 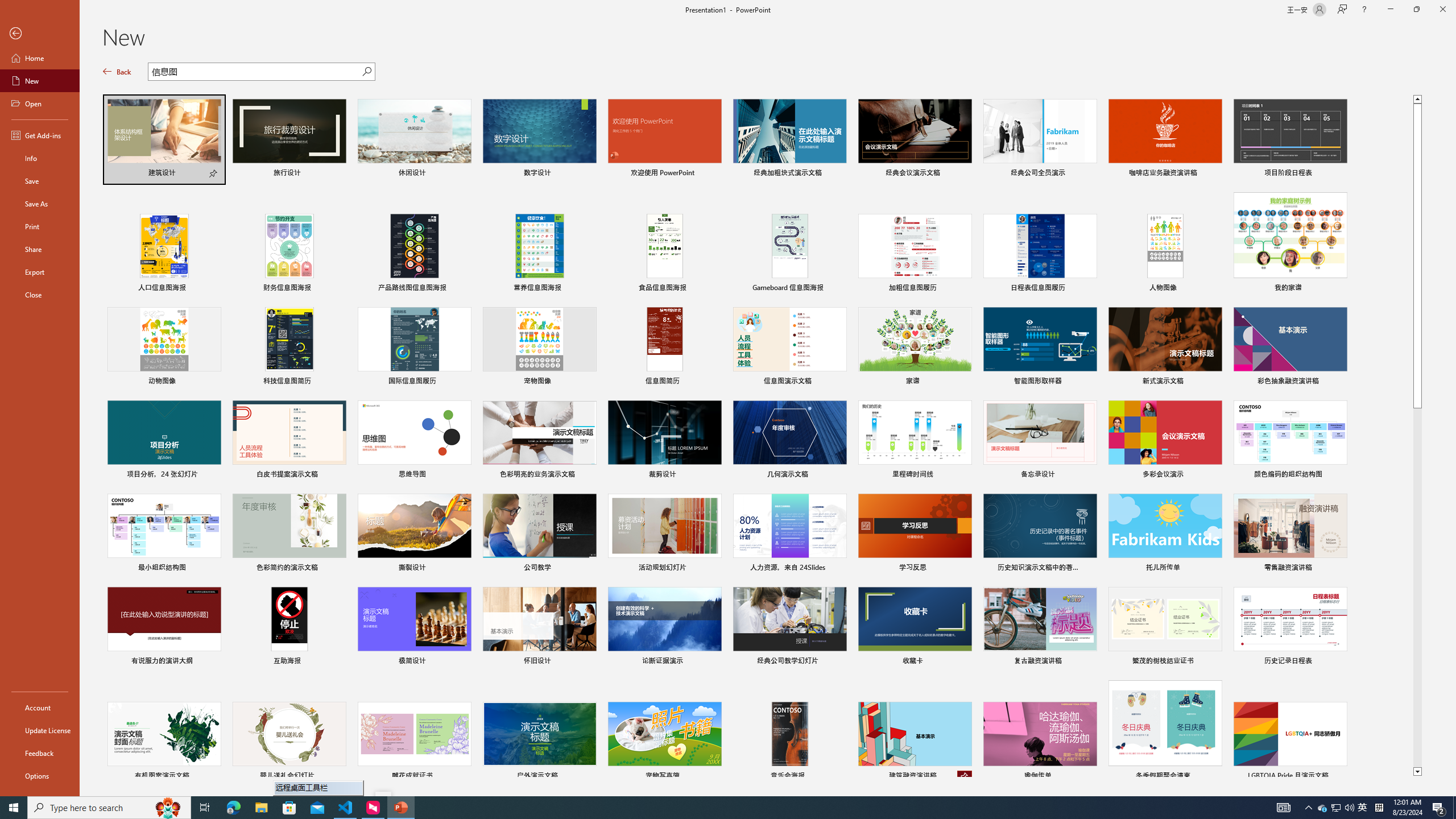 I want to click on 'Search for online templates and themes', so click(x=255, y=72).